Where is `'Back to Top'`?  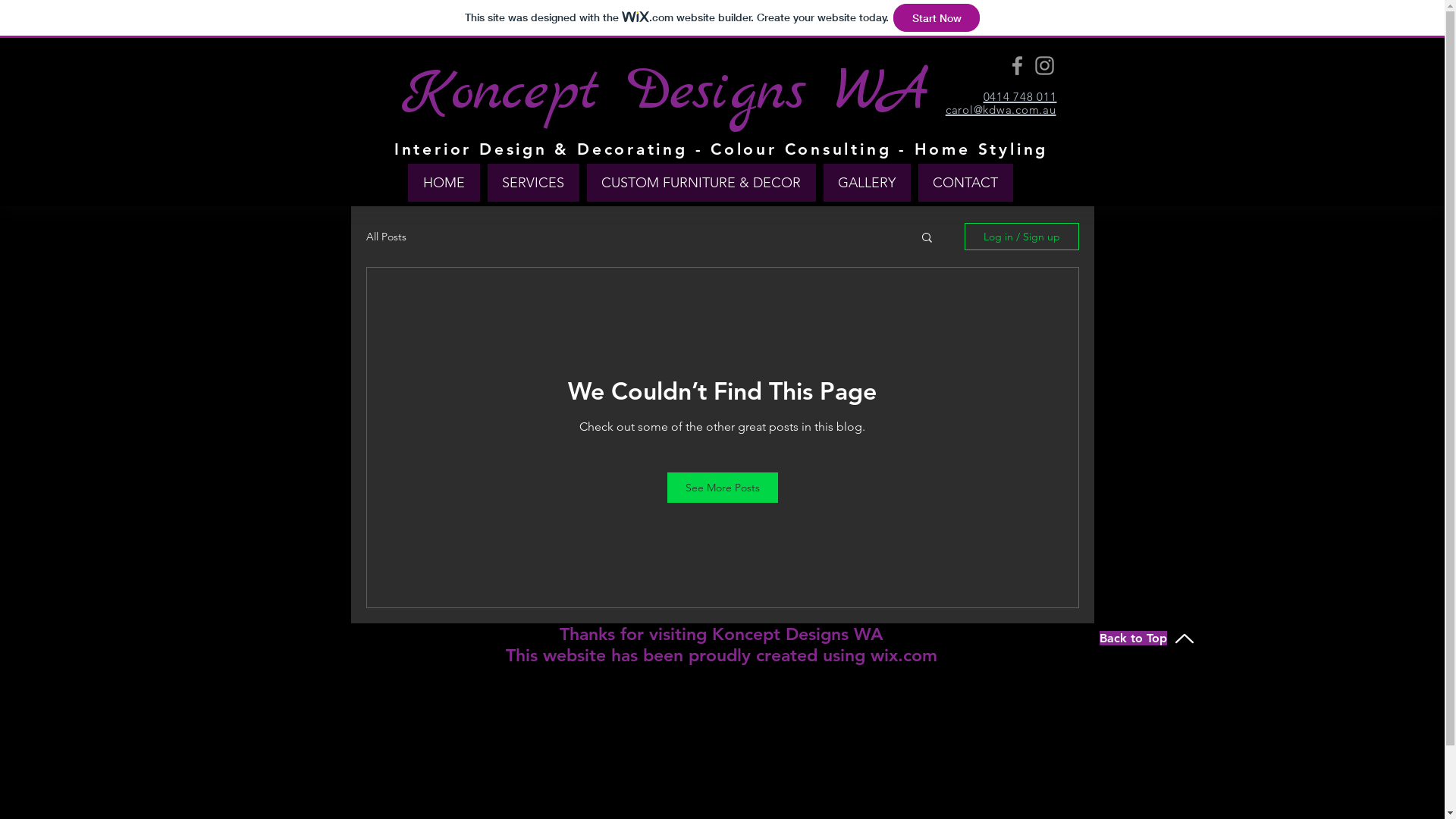
'Back to Top' is located at coordinates (1147, 638).